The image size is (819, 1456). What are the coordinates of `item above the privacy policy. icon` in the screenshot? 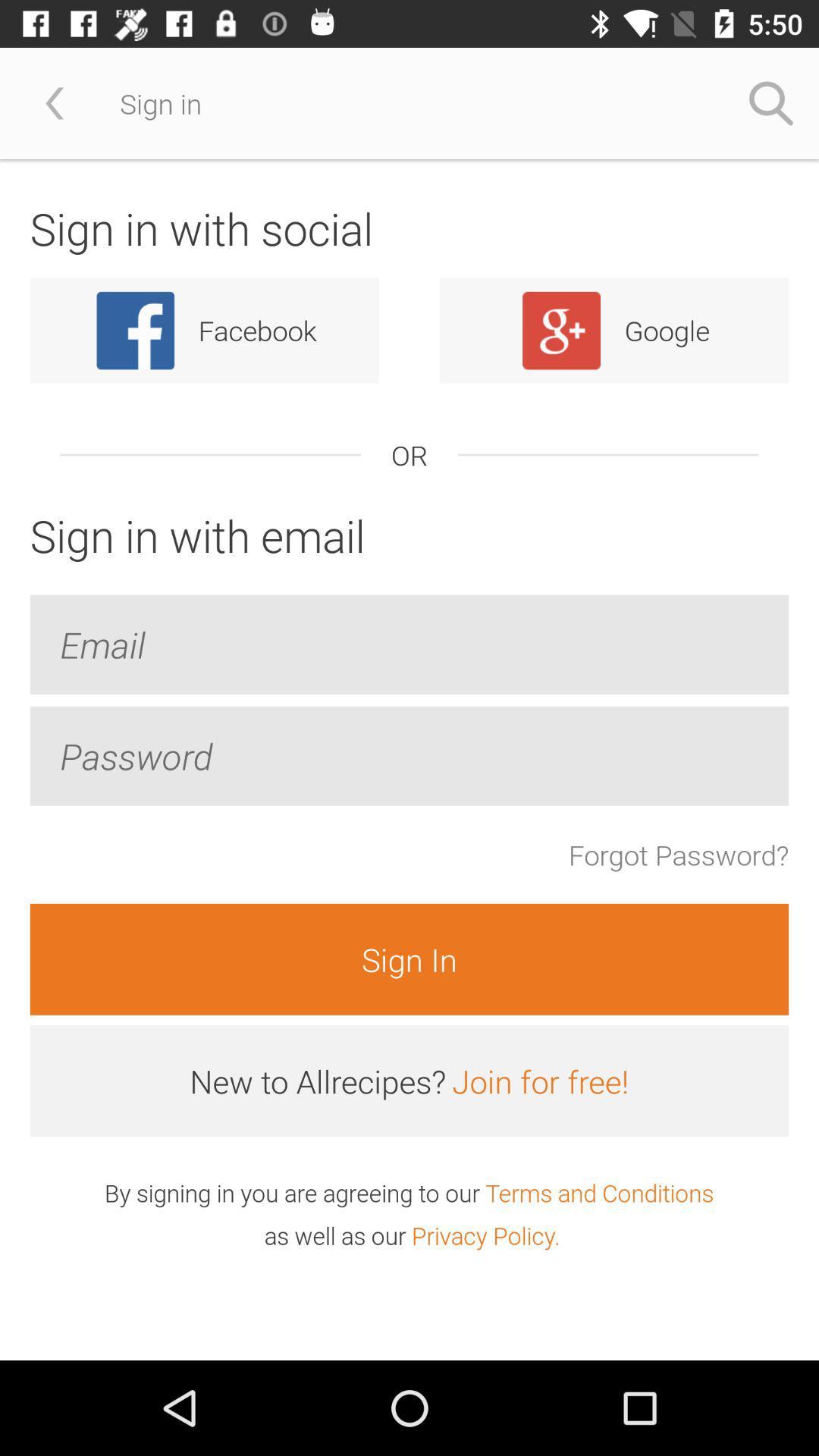 It's located at (598, 1192).